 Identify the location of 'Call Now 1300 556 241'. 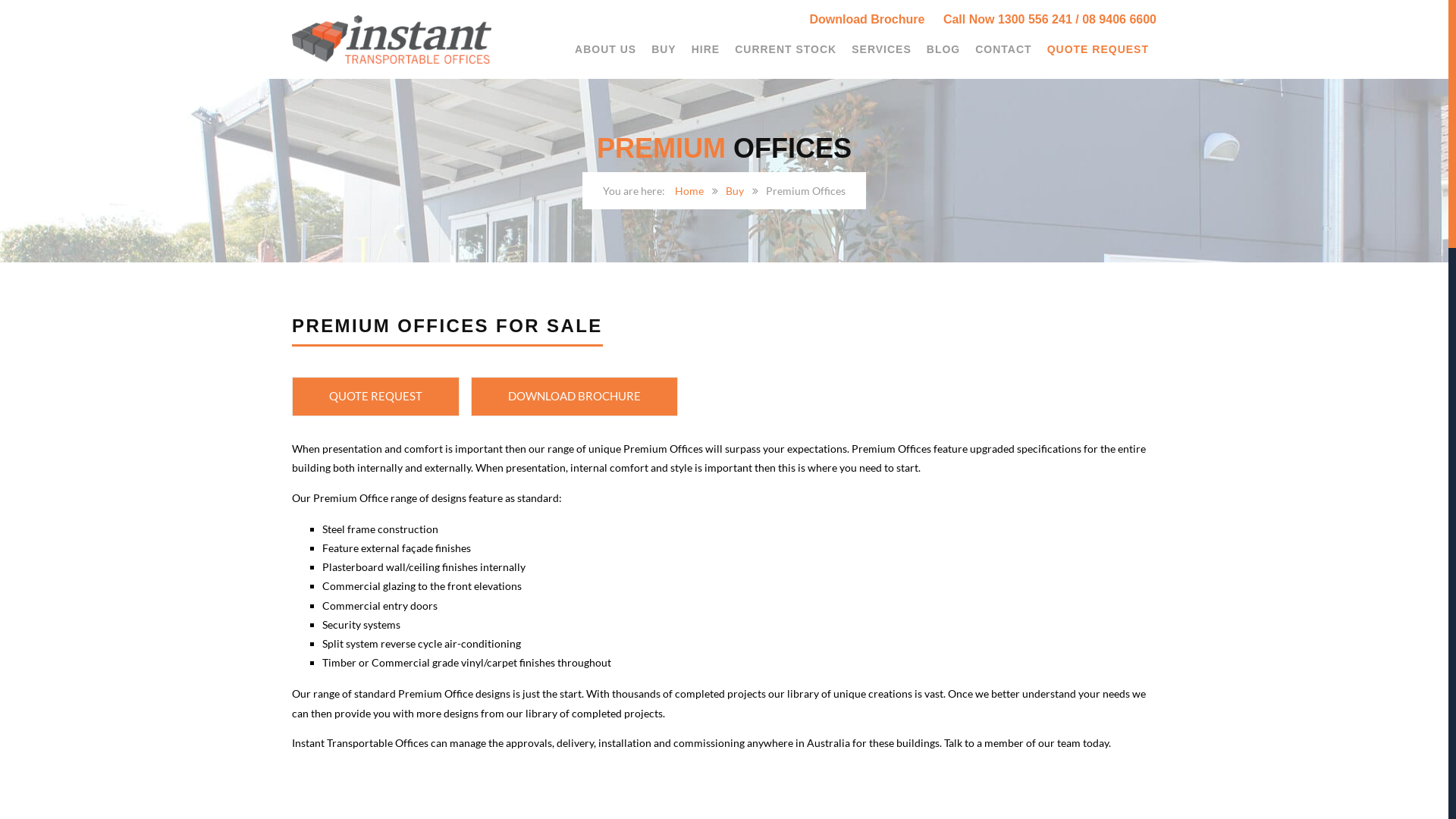
(1008, 19).